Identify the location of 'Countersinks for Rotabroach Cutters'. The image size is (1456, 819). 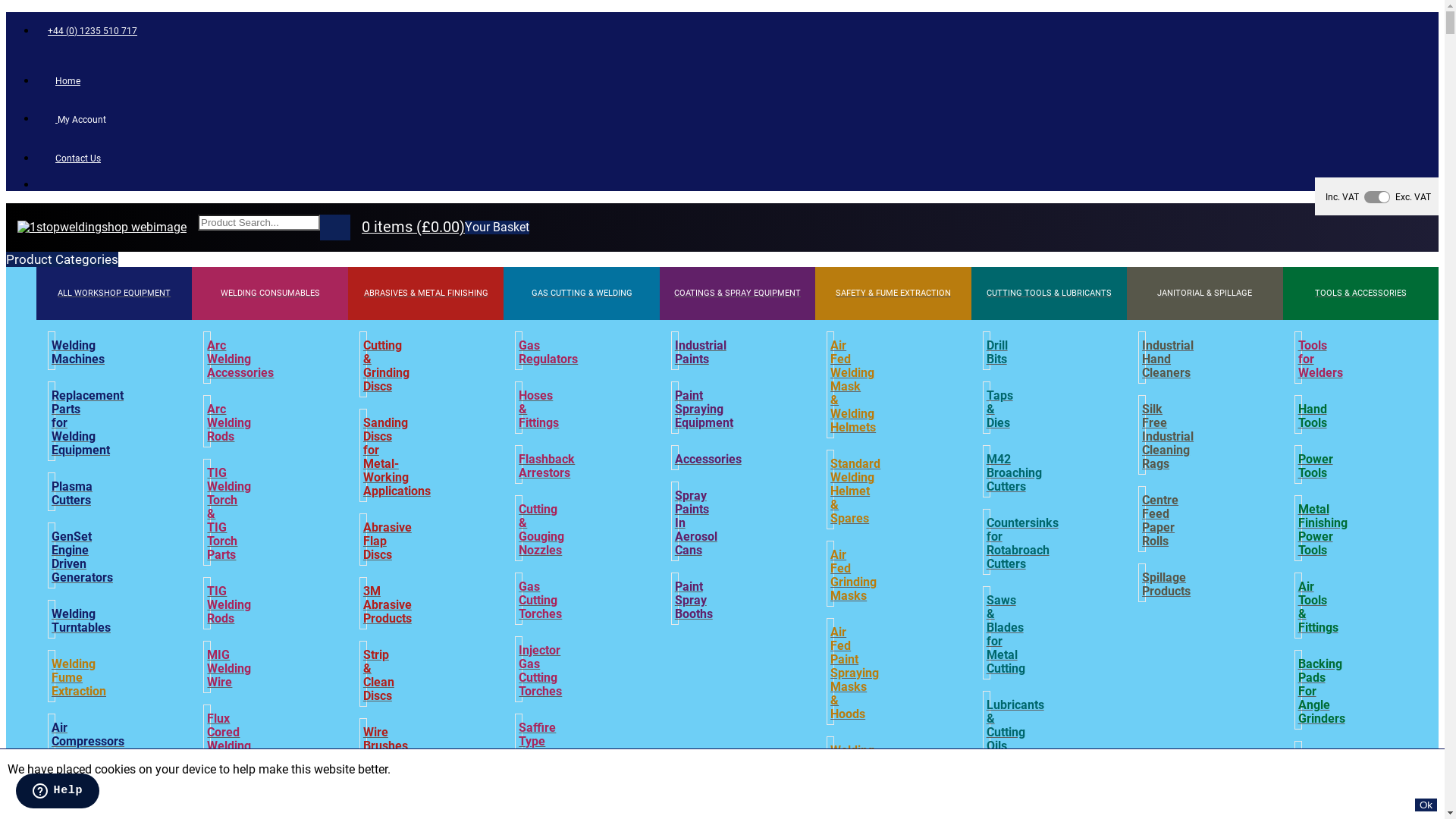
(1022, 543).